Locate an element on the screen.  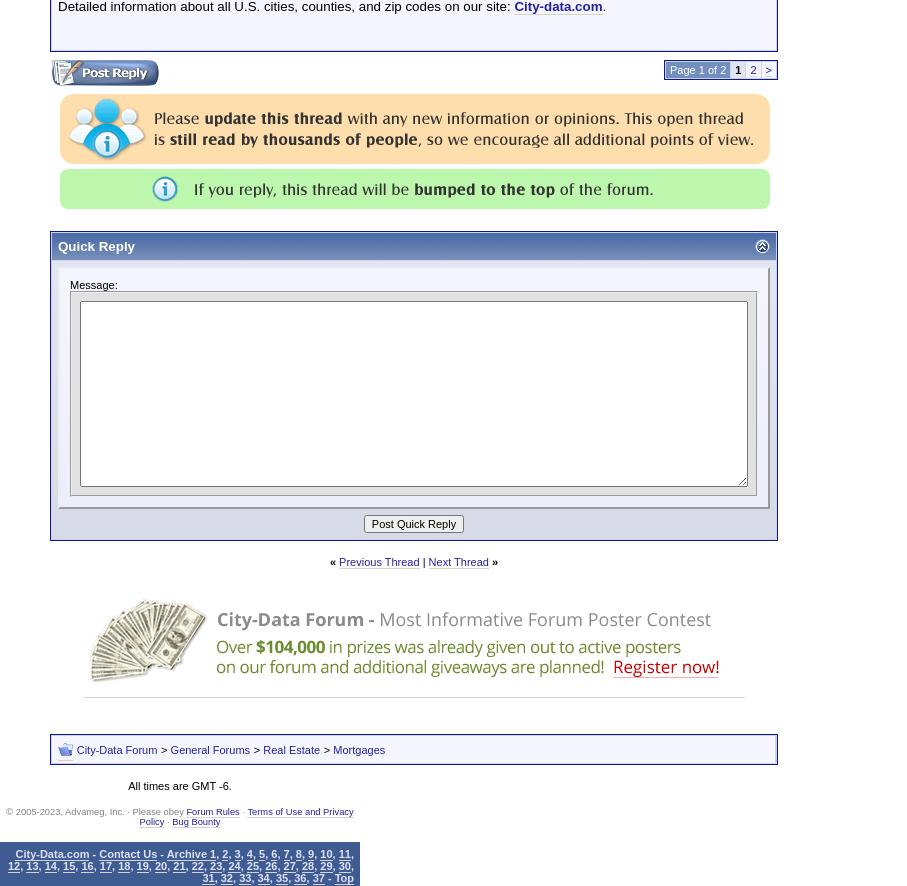
'City-Data Forum' is located at coordinates (115, 749).